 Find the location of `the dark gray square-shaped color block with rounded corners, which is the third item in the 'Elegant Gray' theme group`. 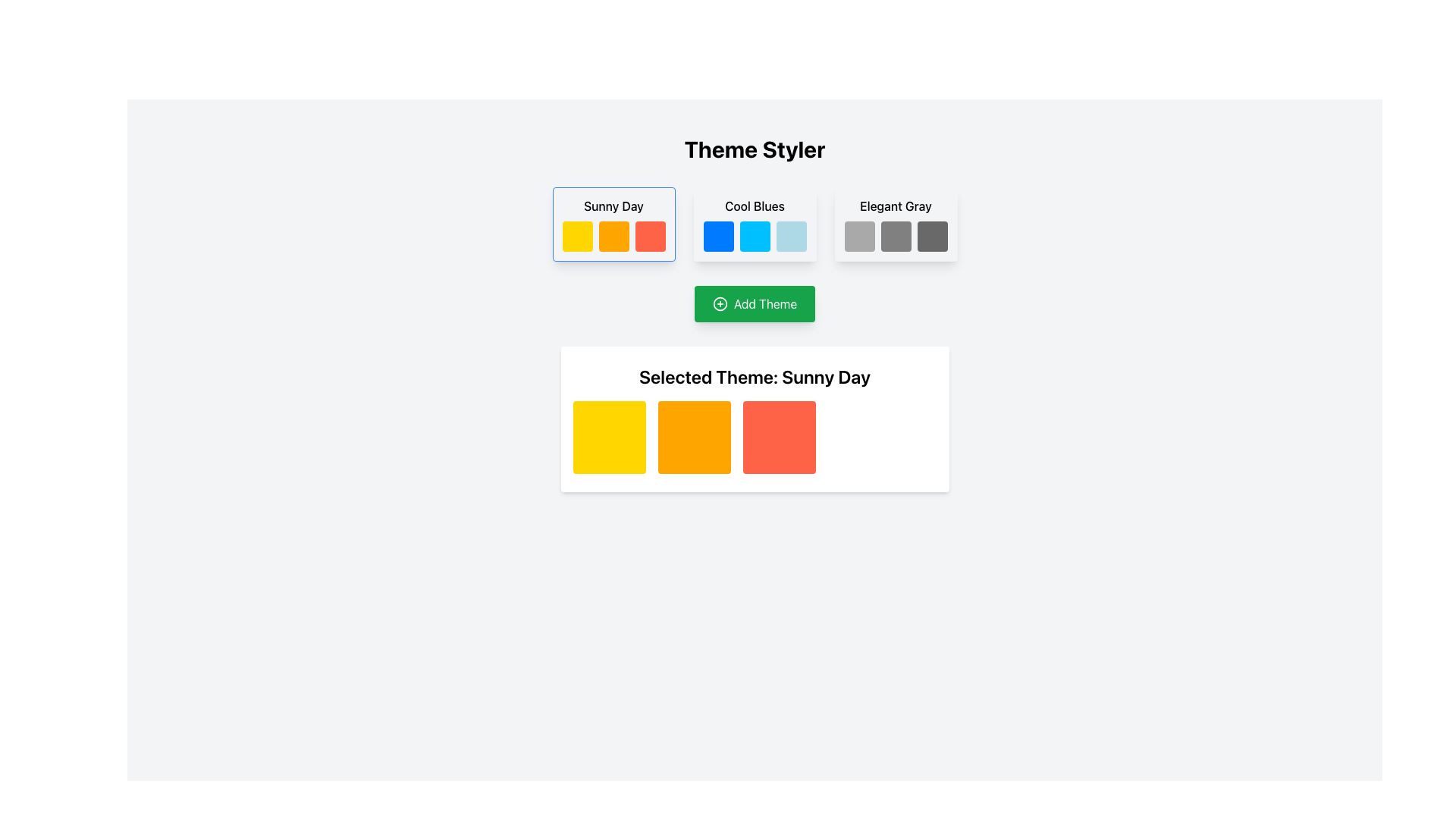

the dark gray square-shaped color block with rounded corners, which is the third item in the 'Elegant Gray' theme group is located at coordinates (931, 237).